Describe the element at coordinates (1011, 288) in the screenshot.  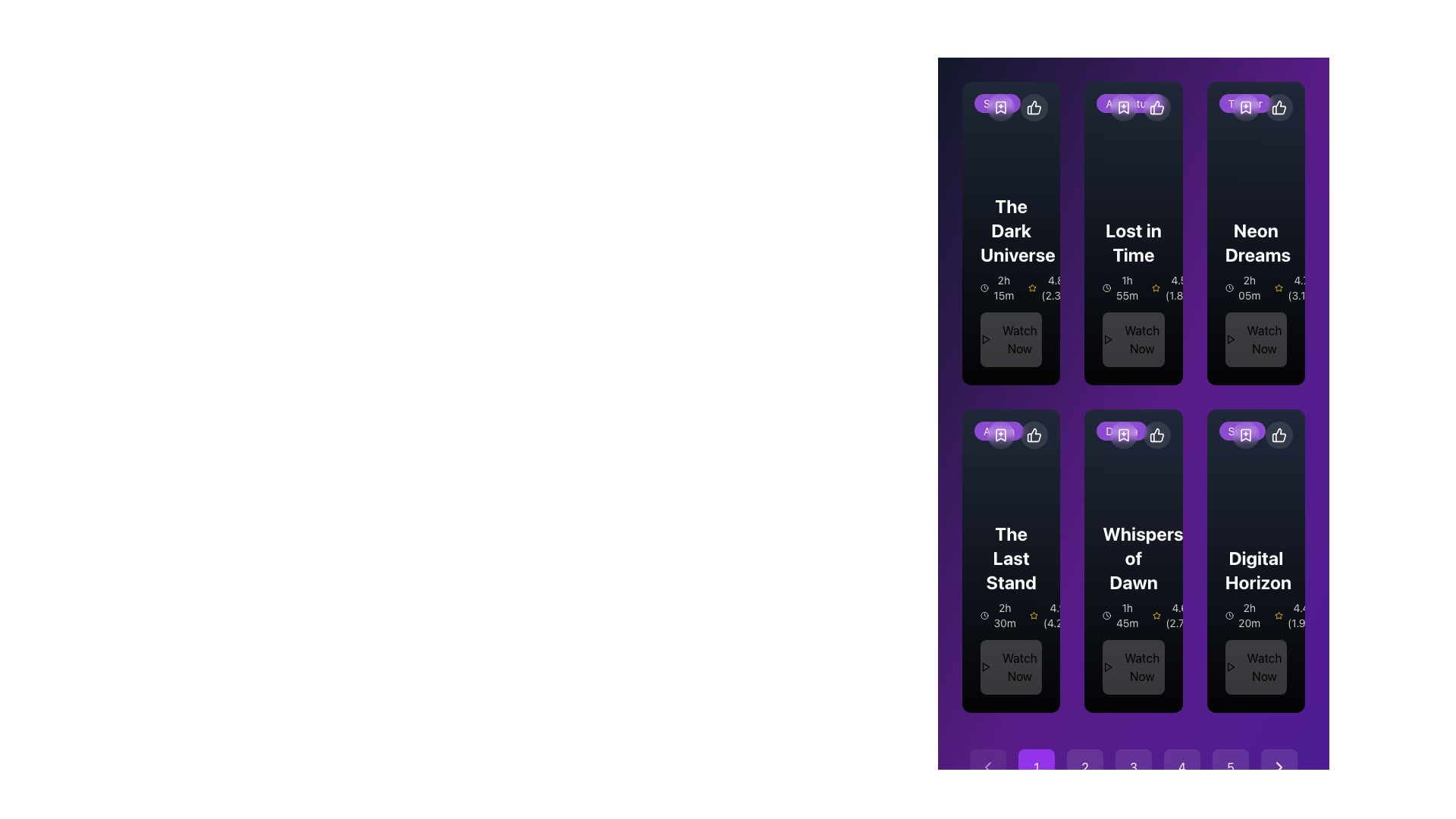
I see `duration and rating information displayed in the 'The Dark Universe' card, specifically located below the title and above the 'Watch Now' button` at that location.